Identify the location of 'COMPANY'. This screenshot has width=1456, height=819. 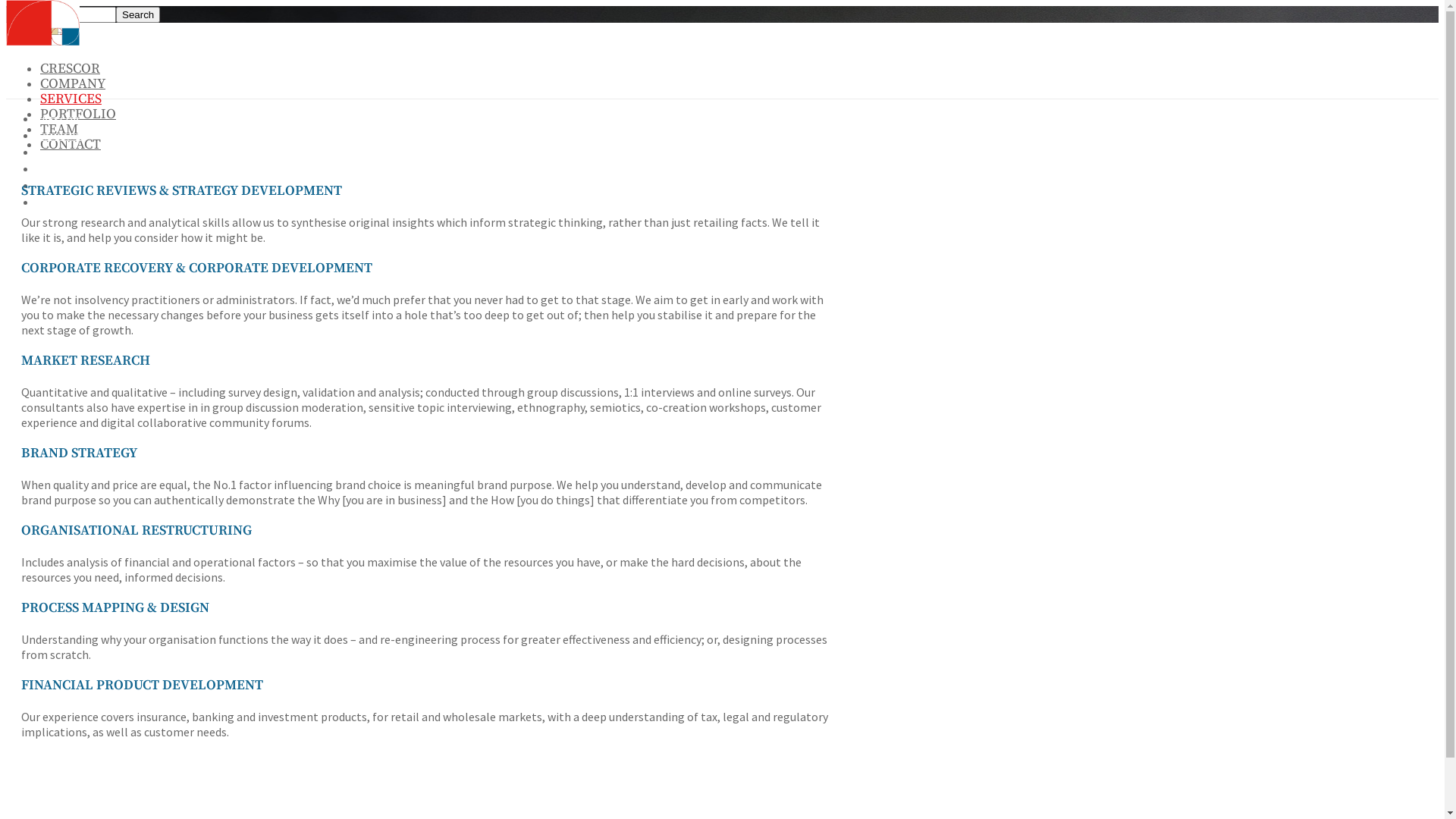
(72, 83).